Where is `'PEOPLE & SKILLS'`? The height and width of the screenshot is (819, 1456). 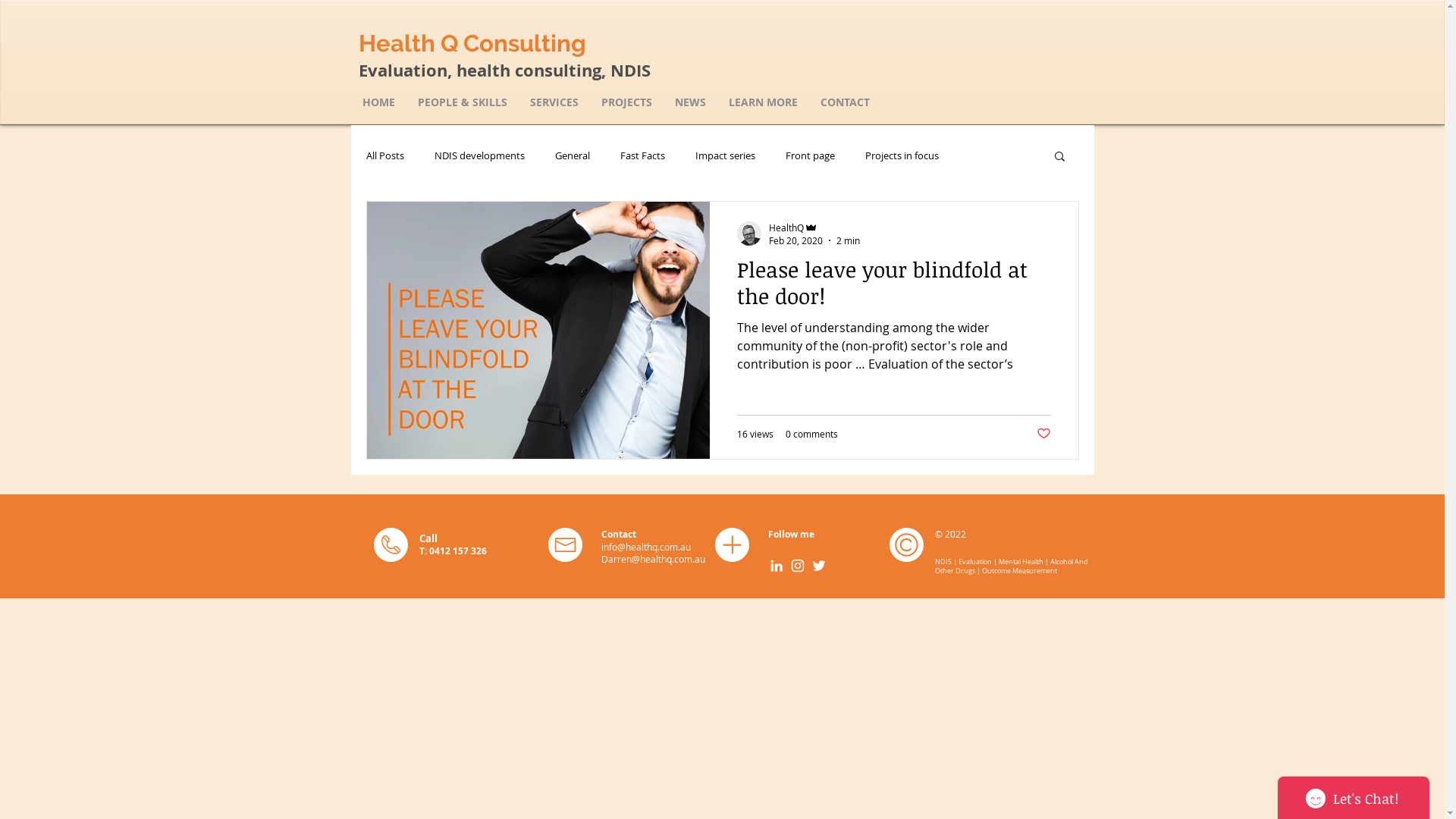 'PEOPLE & SKILLS' is located at coordinates (461, 102).